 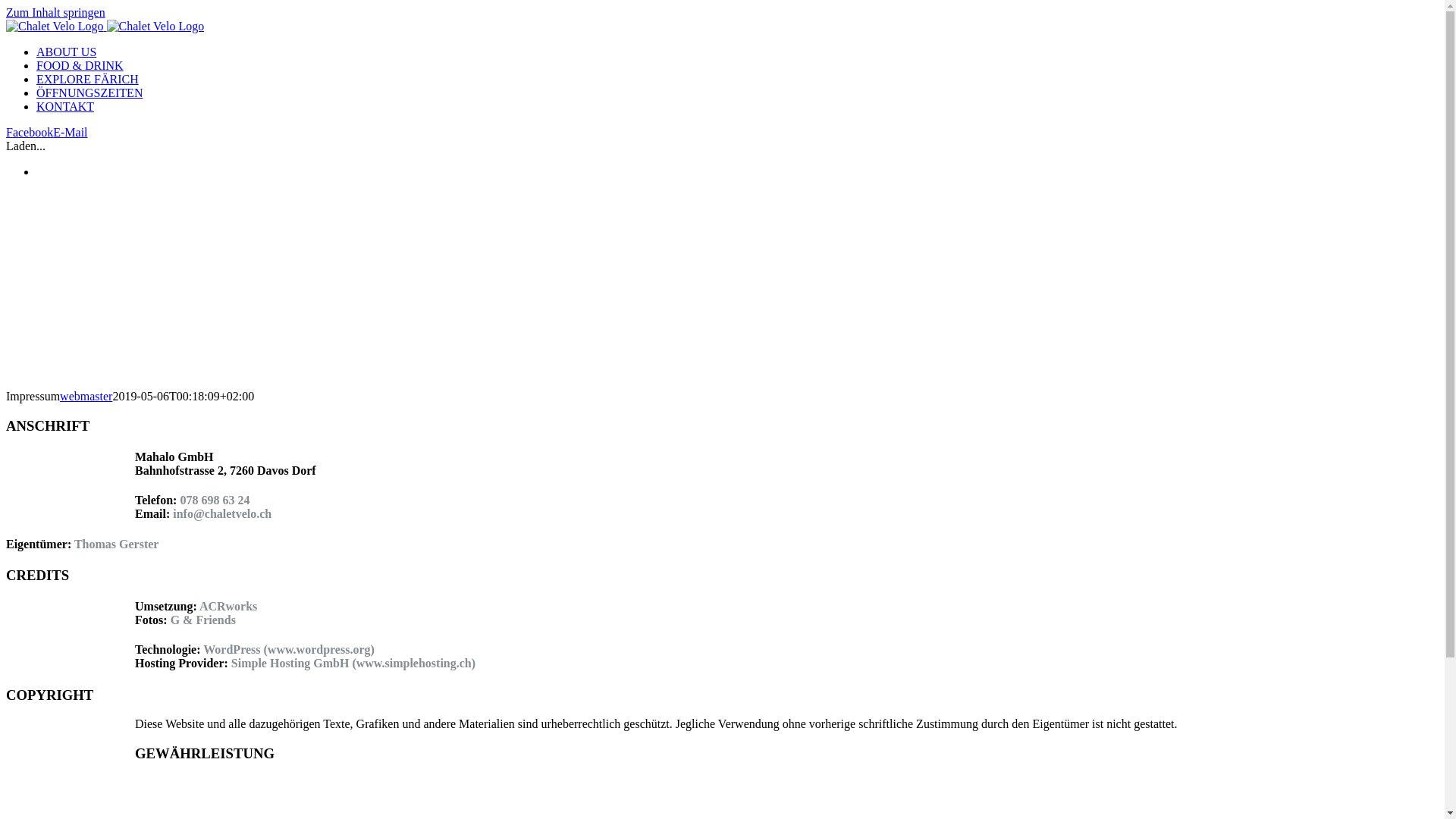 I want to click on 'KONTAKT', so click(x=64, y=105).